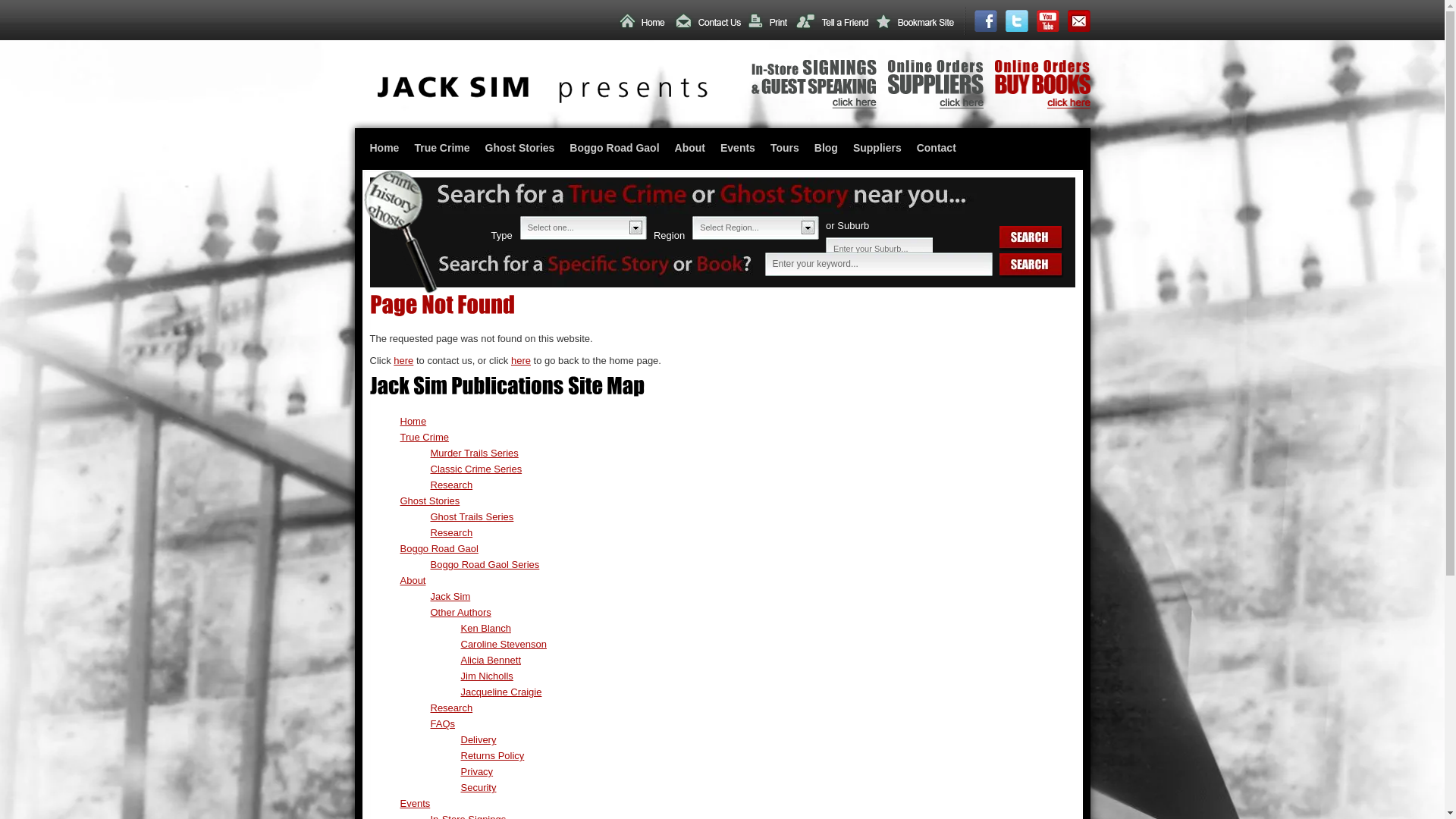  What do you see at coordinates (504, 644) in the screenshot?
I see `'Caroline Stevenson'` at bounding box center [504, 644].